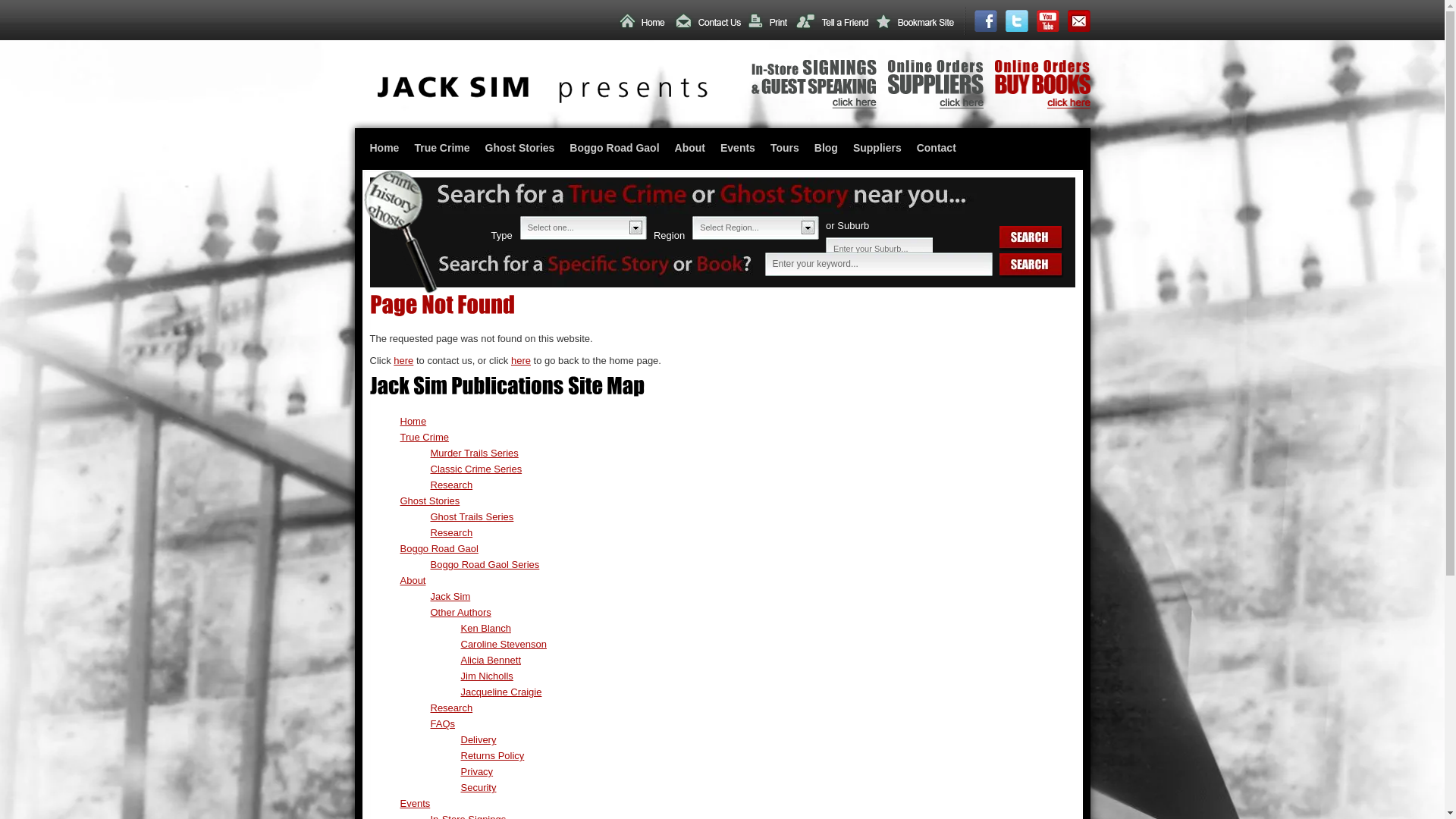  What do you see at coordinates (504, 644) in the screenshot?
I see `'Caroline Stevenson'` at bounding box center [504, 644].